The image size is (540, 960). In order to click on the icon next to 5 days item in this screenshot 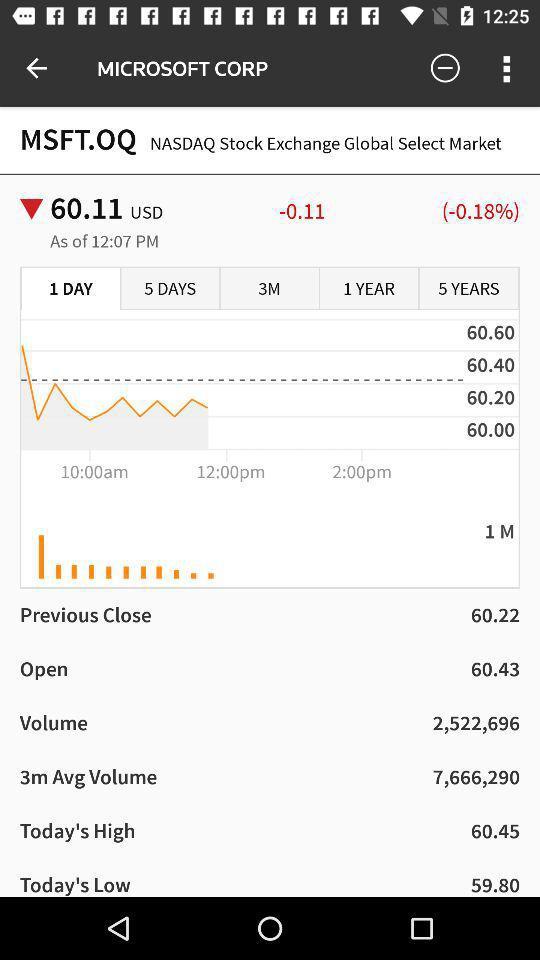, I will do `click(70, 288)`.